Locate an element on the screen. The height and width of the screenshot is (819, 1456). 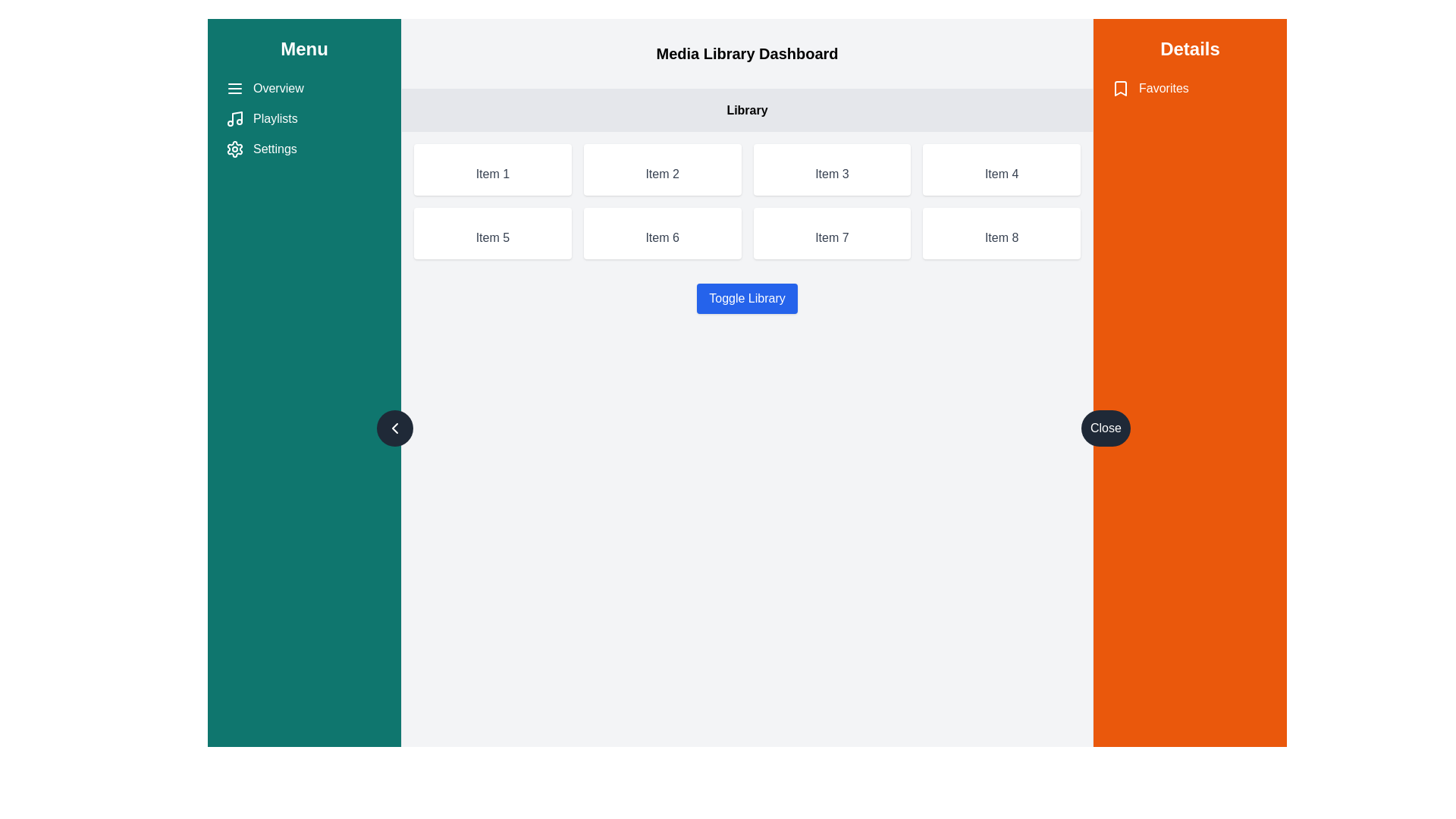
the 'Settings' navigation link in the vertical menu on the left side of the interface is located at coordinates (303, 149).